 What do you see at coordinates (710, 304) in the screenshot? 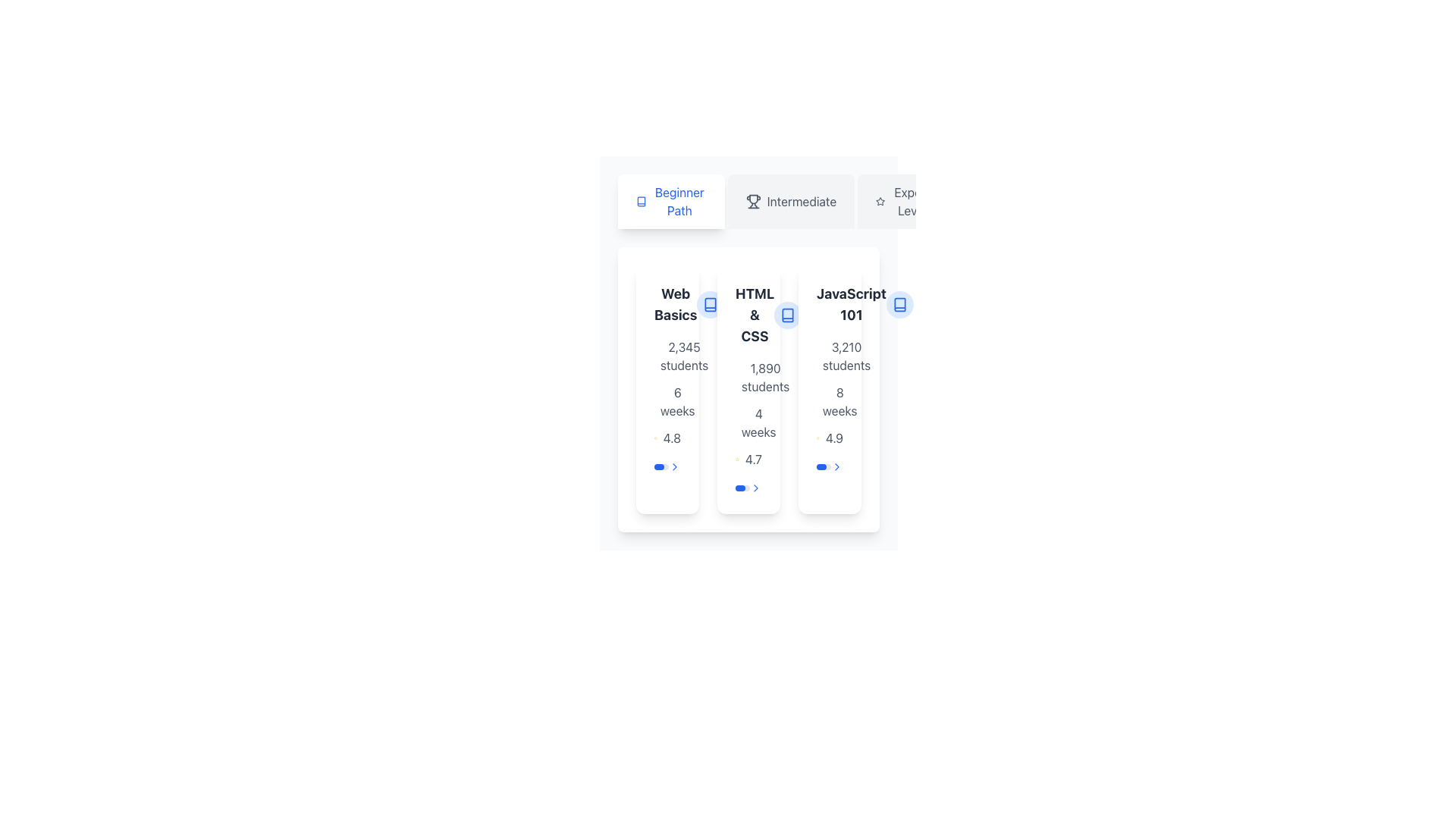
I see `the blue book icon located in the top-left corner of the 'HTML & CSS' card` at bounding box center [710, 304].